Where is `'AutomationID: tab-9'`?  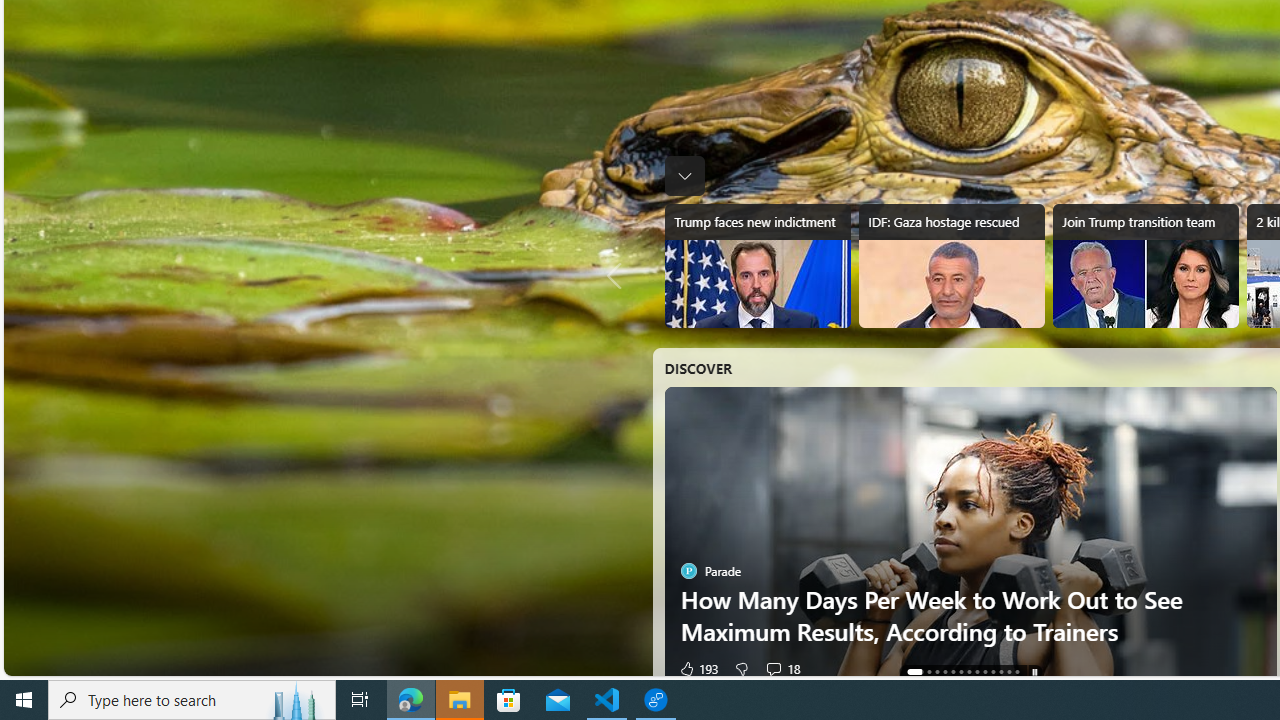
'AutomationID: tab-9' is located at coordinates (993, 672).